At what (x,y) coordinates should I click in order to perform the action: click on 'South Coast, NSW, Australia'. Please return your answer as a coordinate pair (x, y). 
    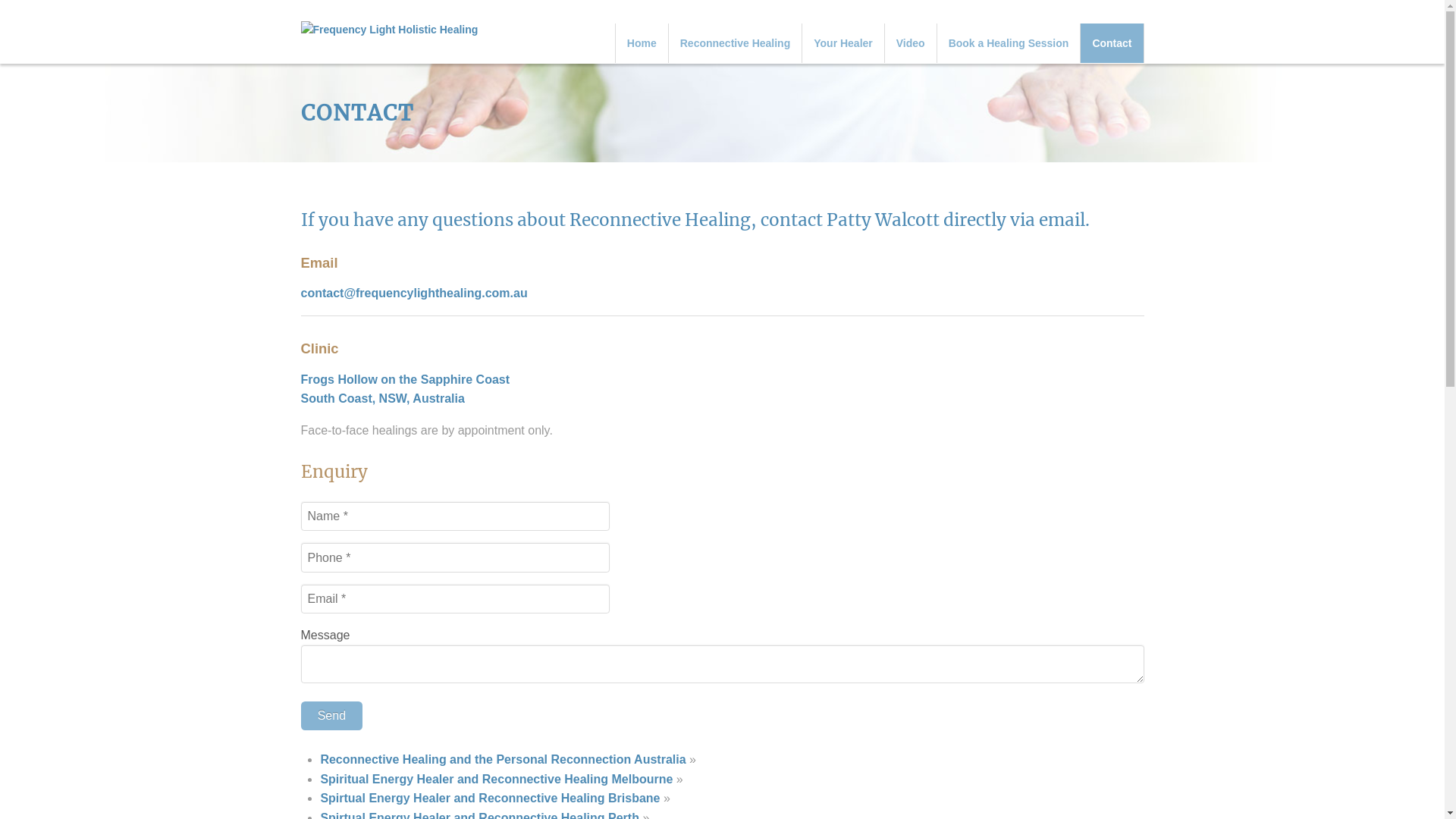
    Looking at the image, I should click on (382, 397).